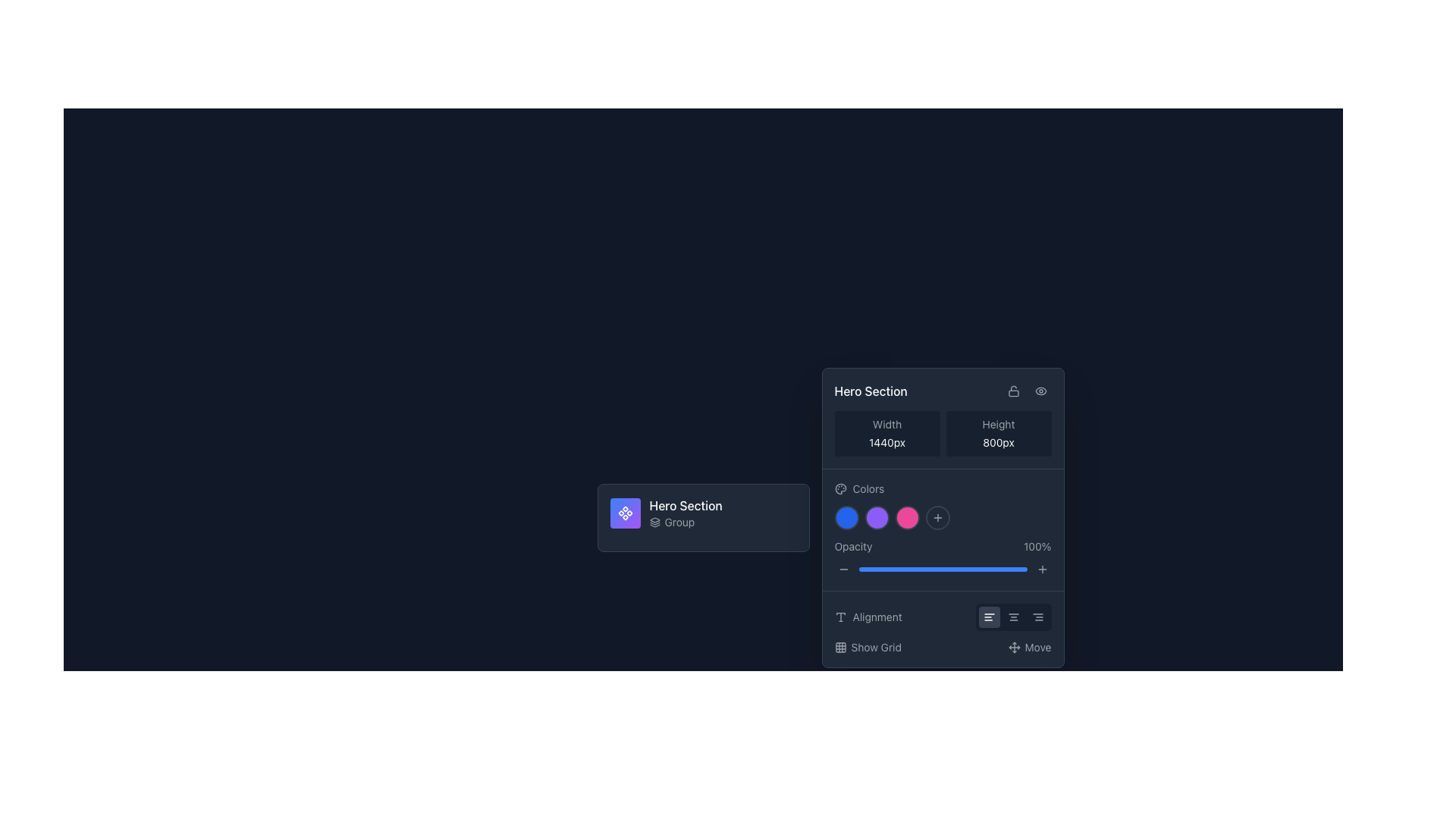 The width and height of the screenshot is (1456, 819). What do you see at coordinates (981, 570) in the screenshot?
I see `slider` at bounding box center [981, 570].